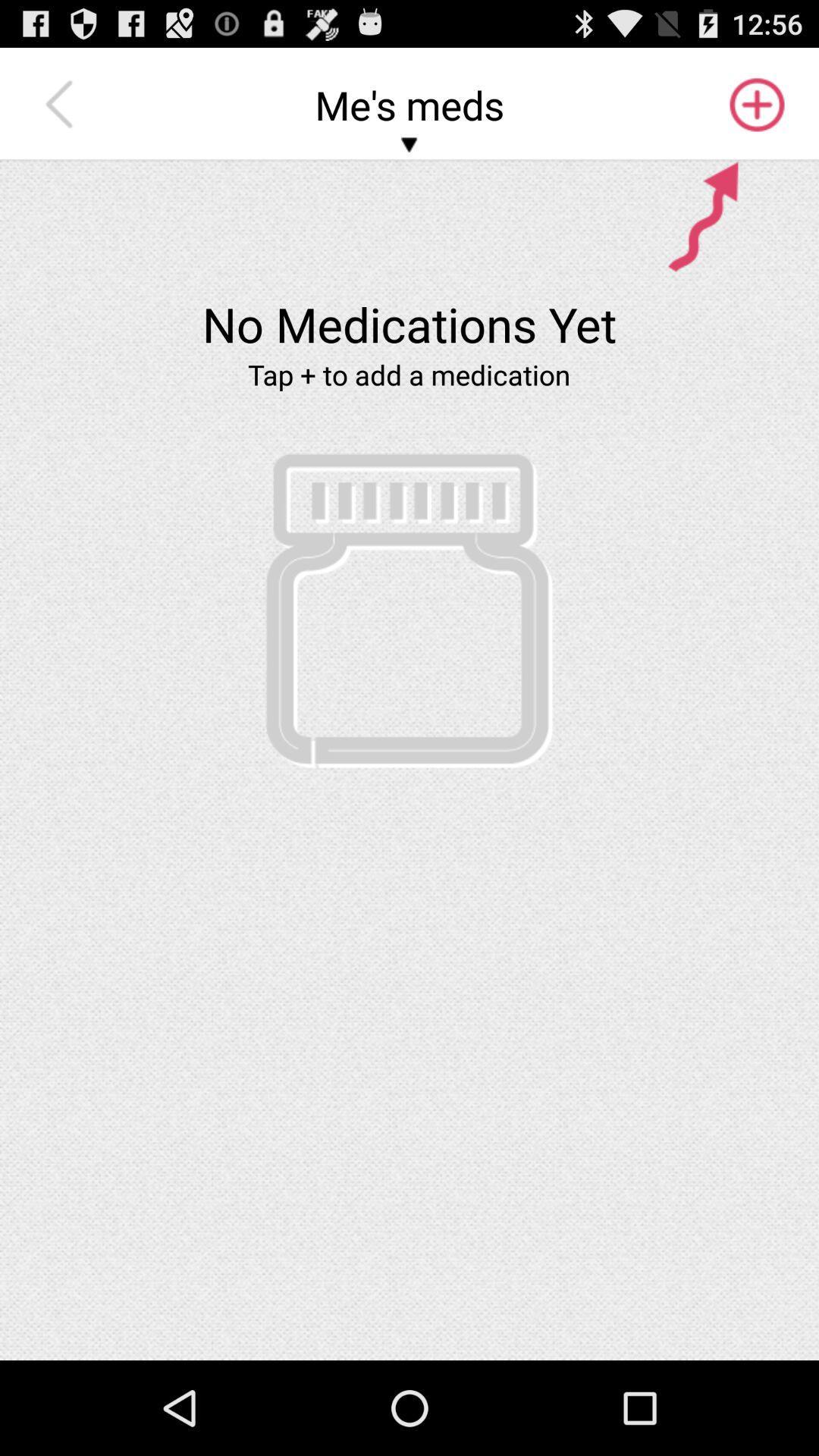  What do you see at coordinates (755, 111) in the screenshot?
I see `the add icon` at bounding box center [755, 111].